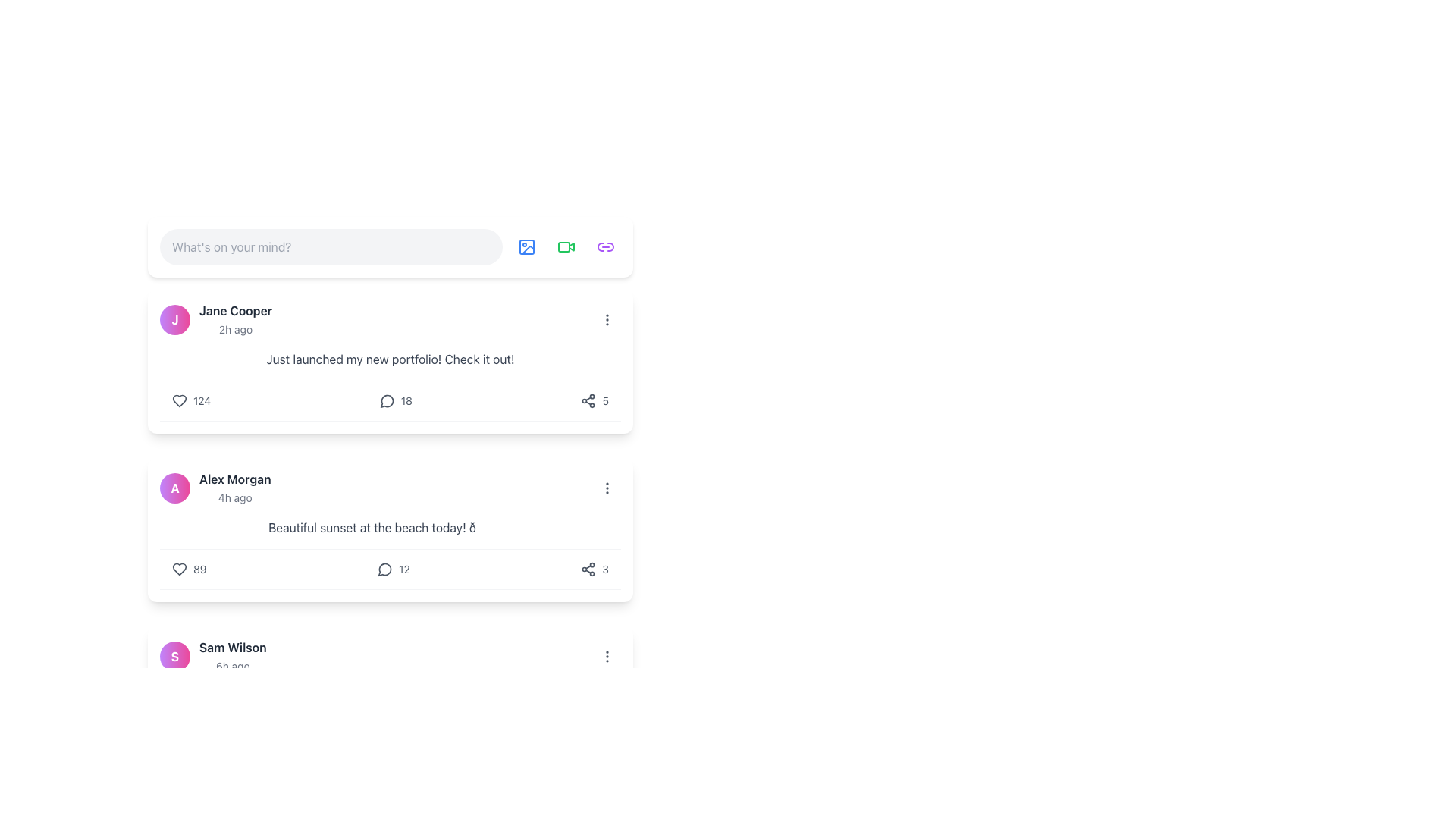 Image resolution: width=1456 pixels, height=819 pixels. I want to click on the sharing button featuring an icon of three interconnected dots and the number '3' located towards the far-right end of the row, so click(594, 570).